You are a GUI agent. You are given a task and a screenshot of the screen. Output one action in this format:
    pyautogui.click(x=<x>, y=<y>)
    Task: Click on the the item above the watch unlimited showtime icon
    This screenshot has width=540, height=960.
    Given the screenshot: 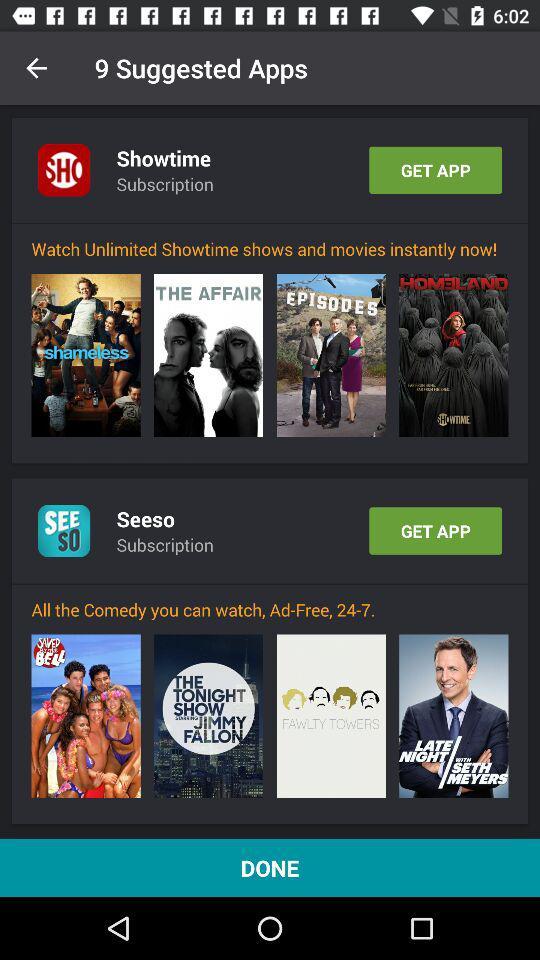 What is the action you would take?
    pyautogui.click(x=270, y=223)
    